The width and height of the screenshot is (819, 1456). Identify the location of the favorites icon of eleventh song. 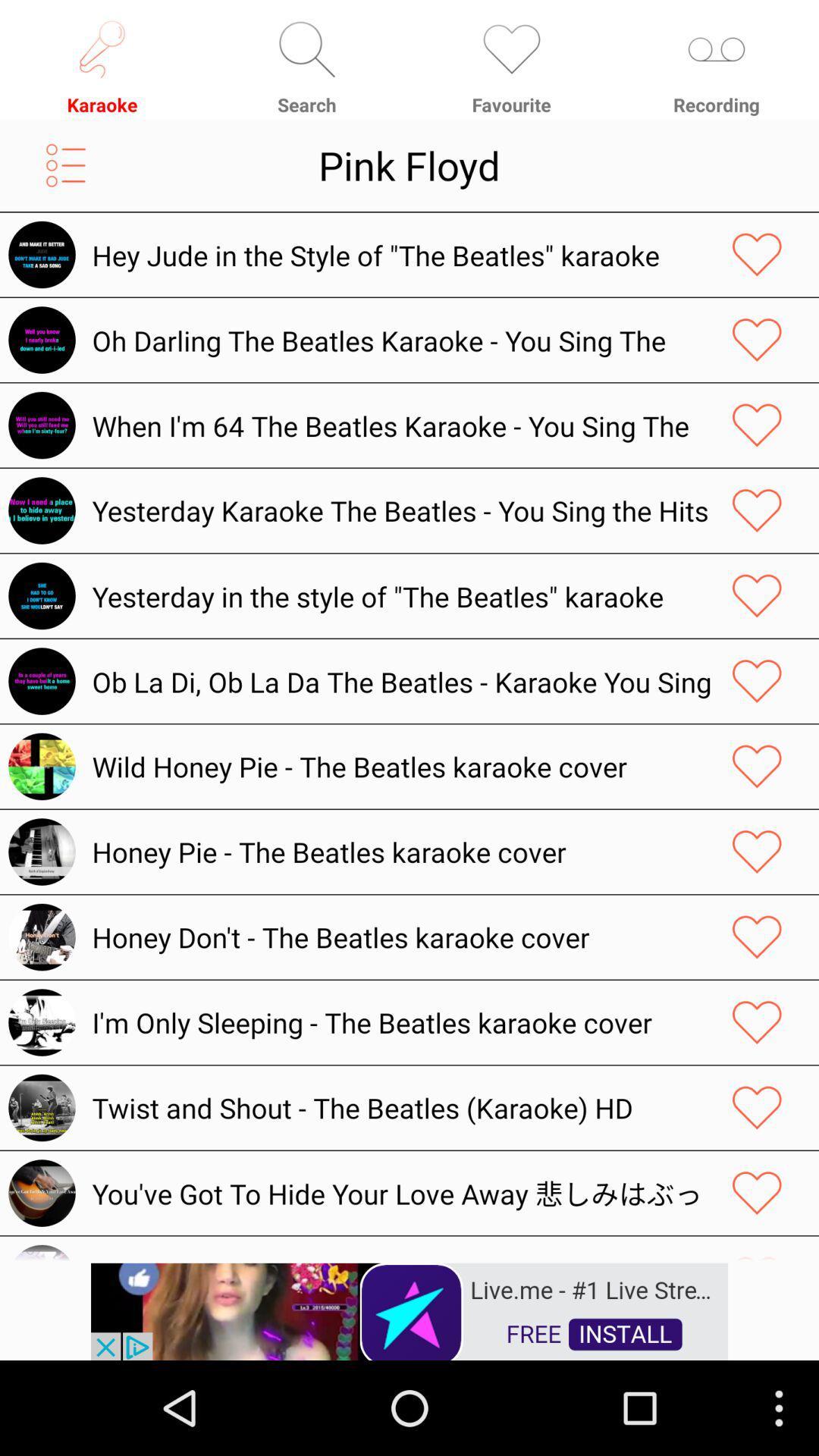
(757, 1107).